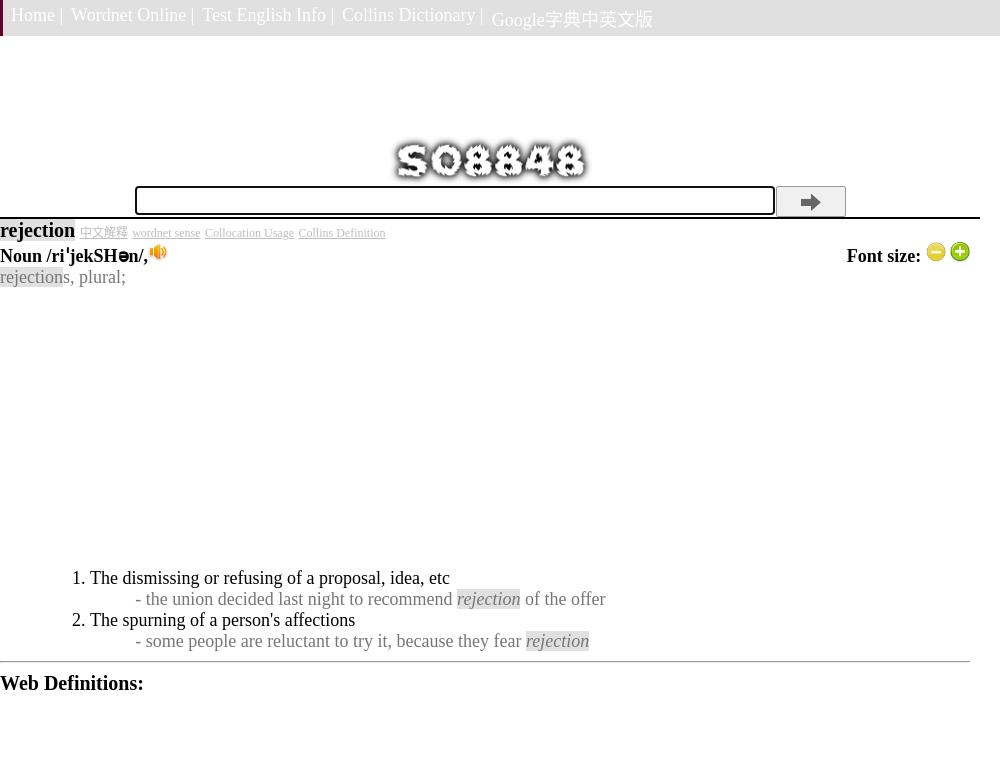 The height and width of the screenshot is (780, 1000). Describe the element at coordinates (132, 14) in the screenshot. I see `'Wordnet Online |'` at that location.